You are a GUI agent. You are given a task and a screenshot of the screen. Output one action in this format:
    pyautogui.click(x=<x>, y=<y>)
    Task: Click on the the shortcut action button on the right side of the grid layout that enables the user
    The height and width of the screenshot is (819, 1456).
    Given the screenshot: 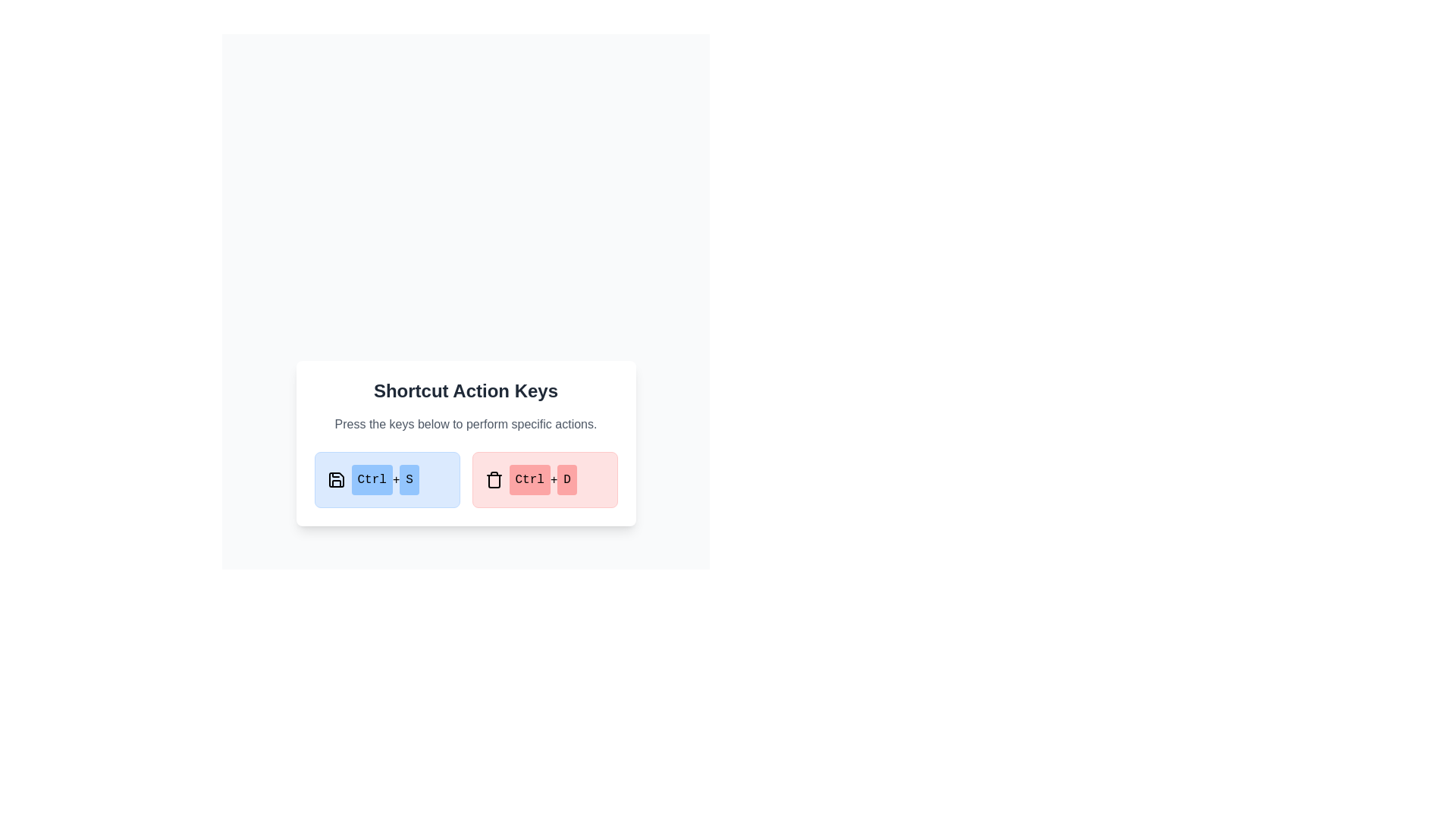 What is the action you would take?
    pyautogui.click(x=544, y=479)
    